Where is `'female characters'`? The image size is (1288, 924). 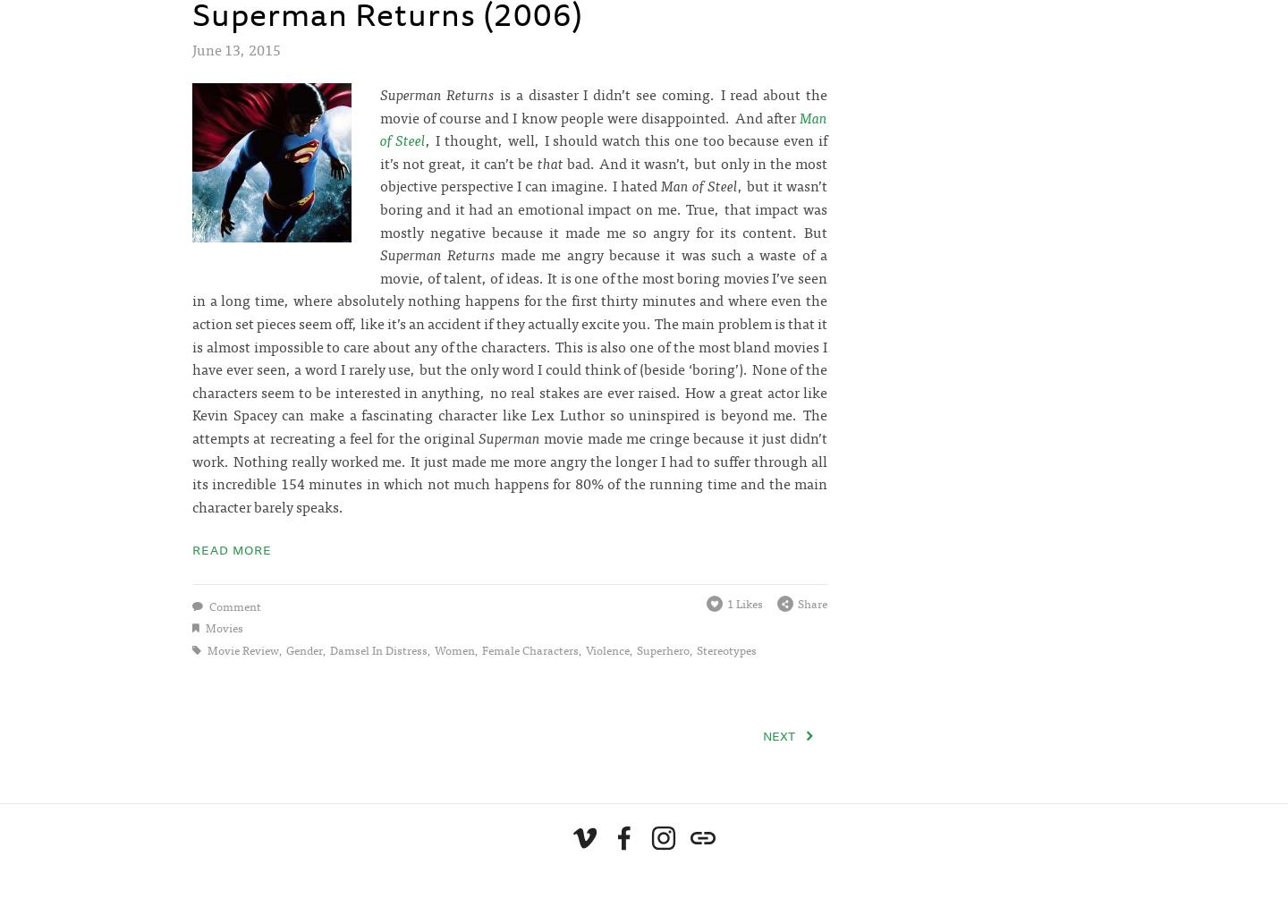
'female characters' is located at coordinates (529, 648).